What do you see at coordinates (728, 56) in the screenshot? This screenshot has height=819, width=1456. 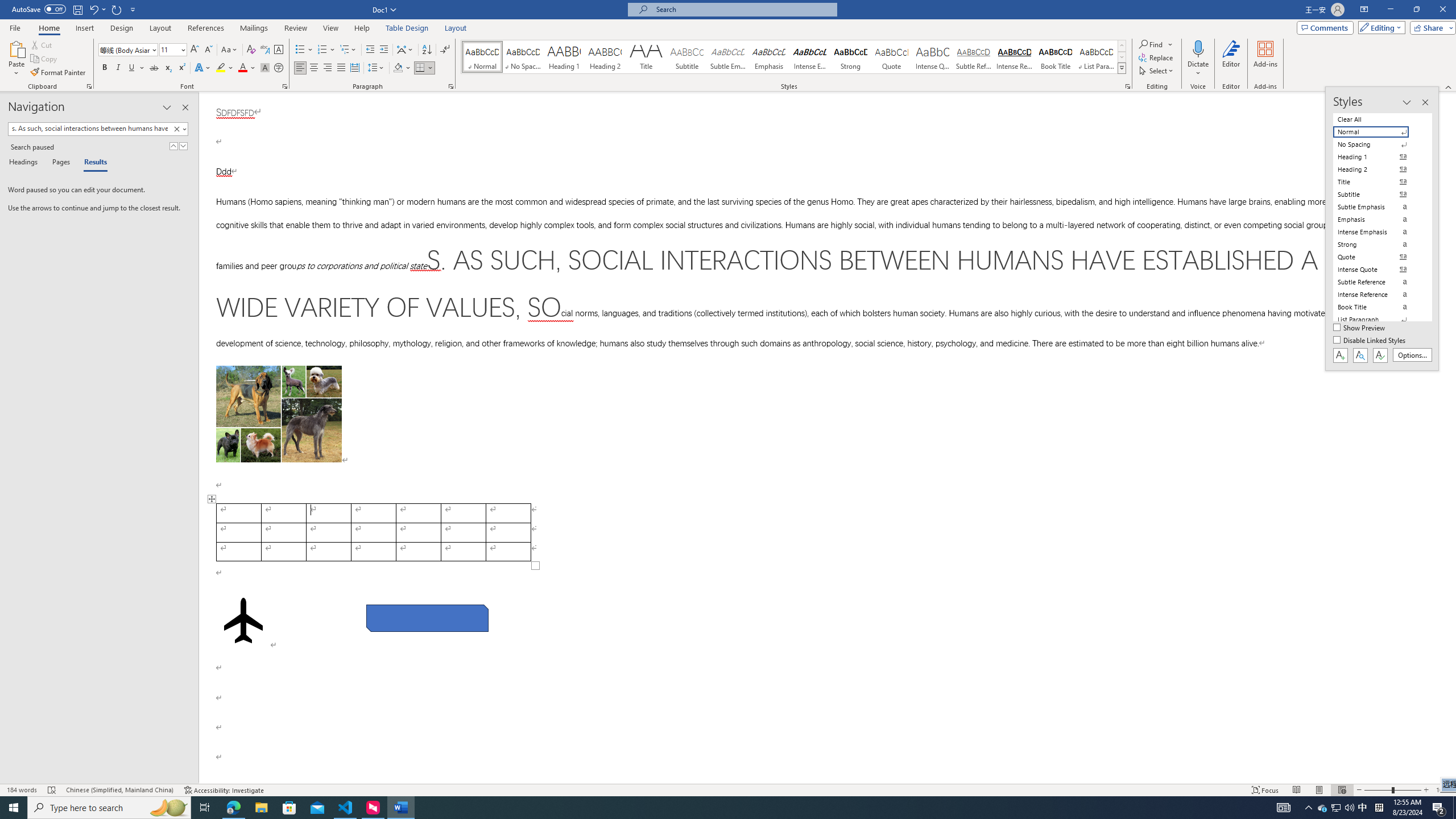 I see `'Subtle Emphasis'` at bounding box center [728, 56].